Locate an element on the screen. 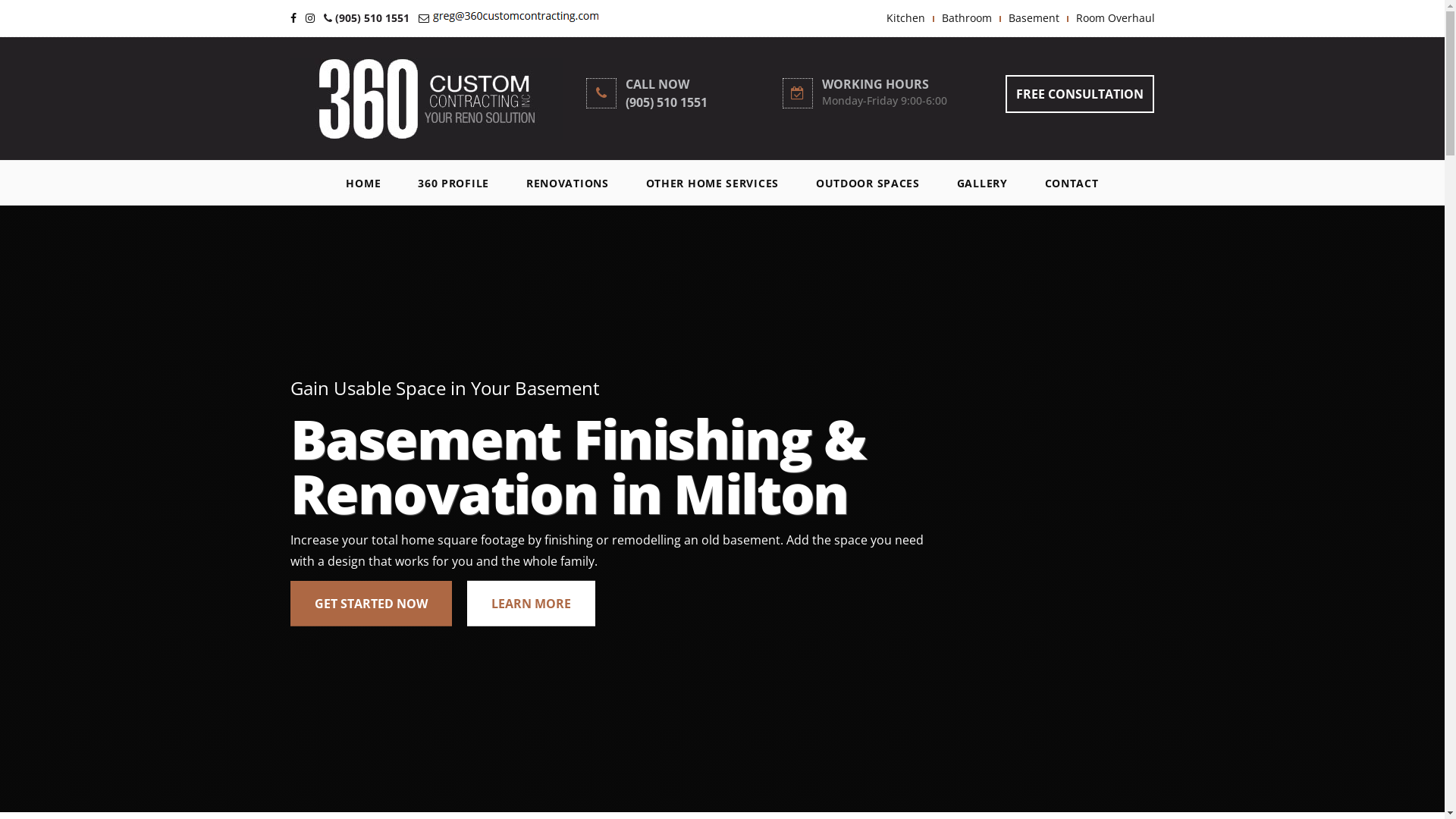 This screenshot has width=1456, height=819. 'Bathroom' is located at coordinates (966, 17).